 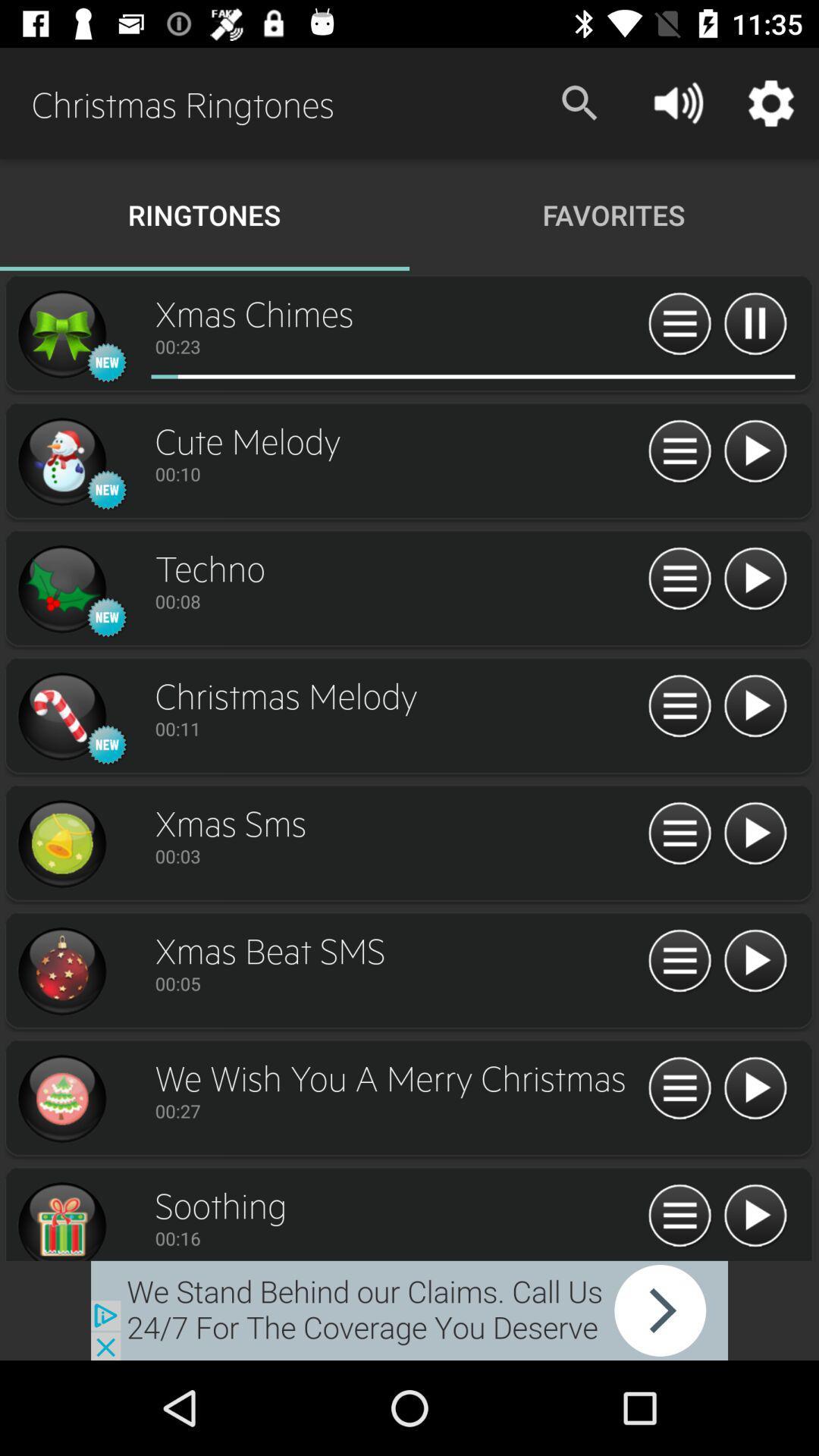 I want to click on sound, so click(x=755, y=1216).